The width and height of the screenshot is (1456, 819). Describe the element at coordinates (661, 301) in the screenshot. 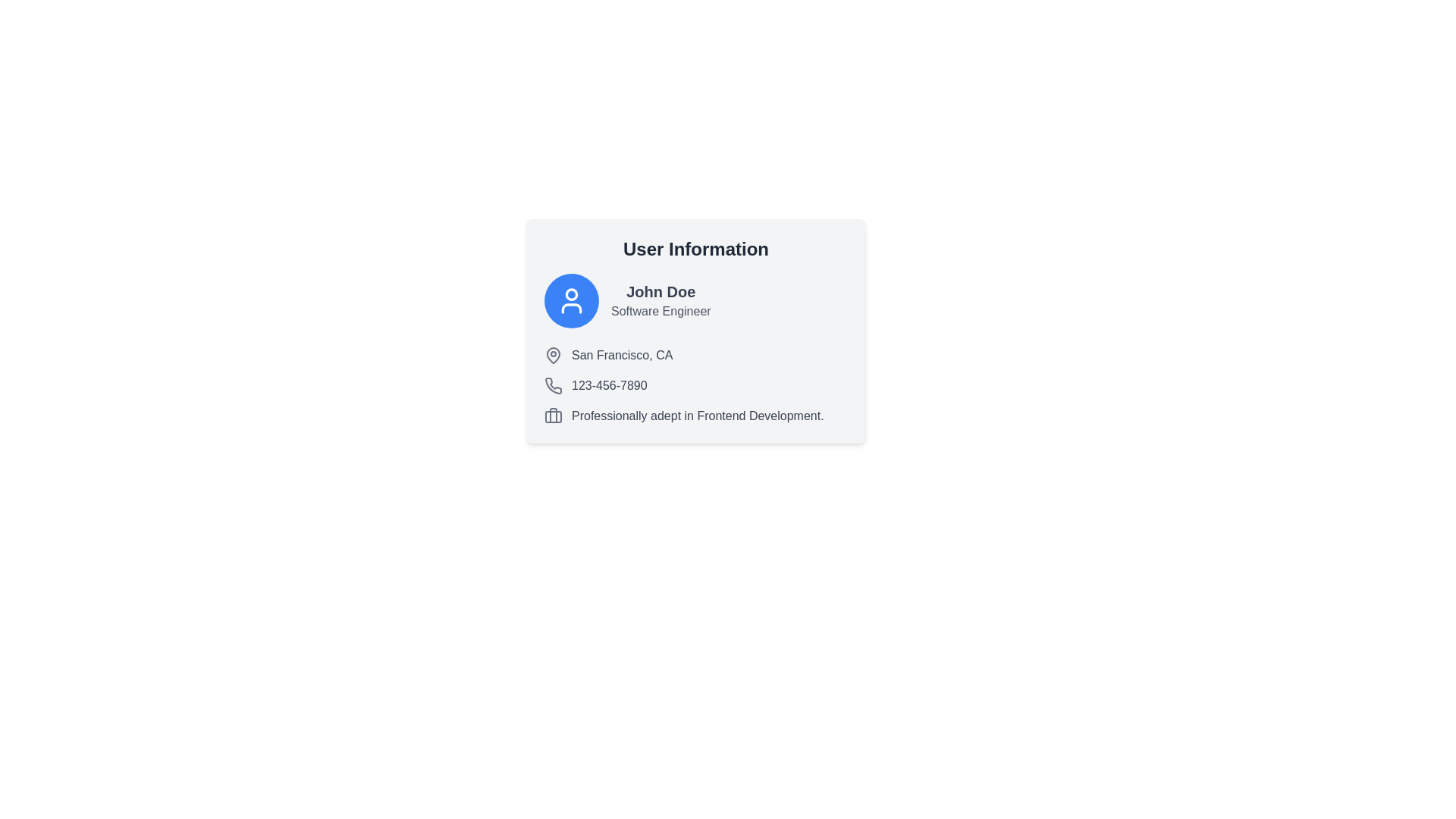

I see `the text block displaying the user's name and role, which is located to the right of a blue circular icon with a user symbol` at that location.